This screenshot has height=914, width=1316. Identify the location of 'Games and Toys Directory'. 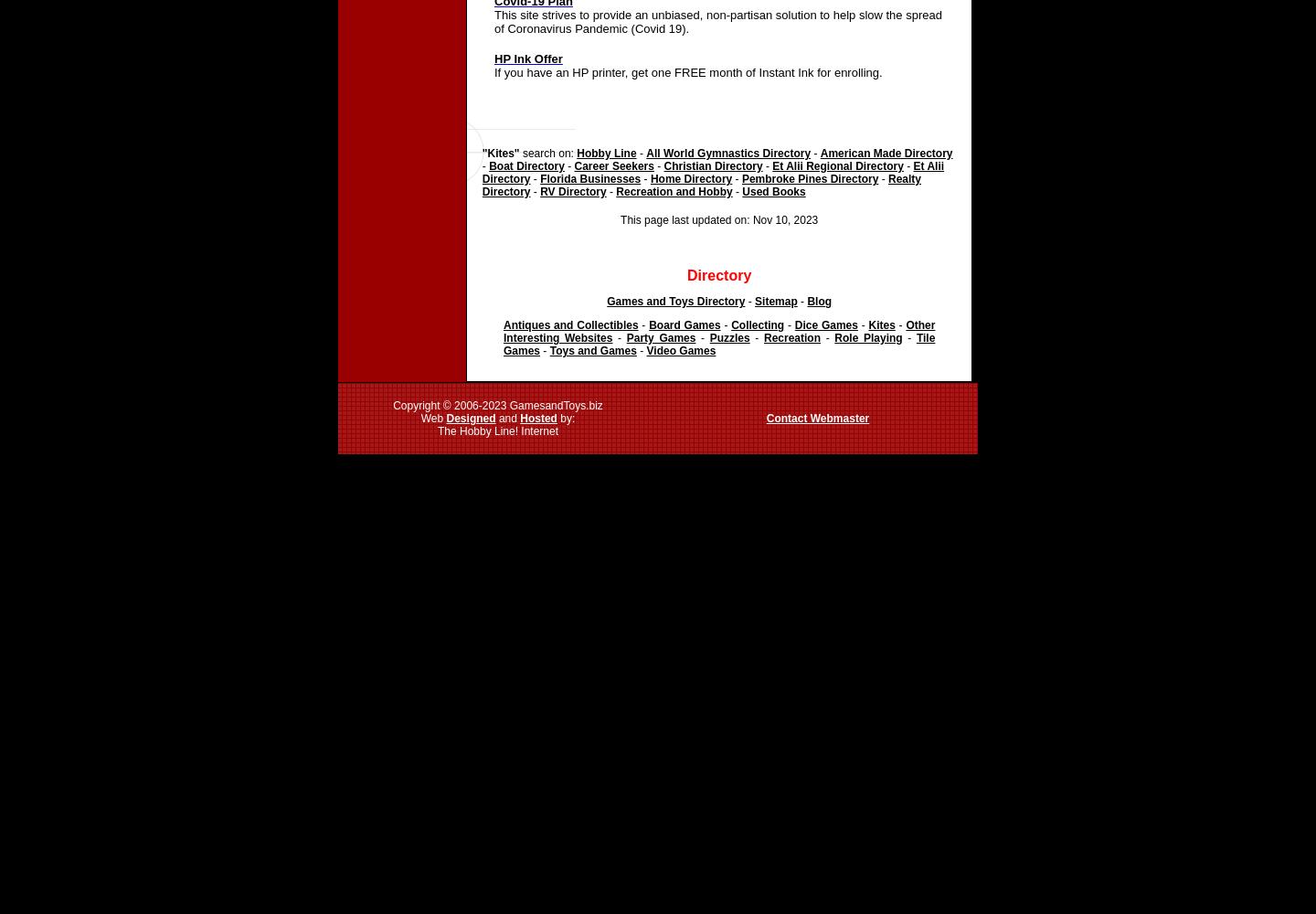
(606, 301).